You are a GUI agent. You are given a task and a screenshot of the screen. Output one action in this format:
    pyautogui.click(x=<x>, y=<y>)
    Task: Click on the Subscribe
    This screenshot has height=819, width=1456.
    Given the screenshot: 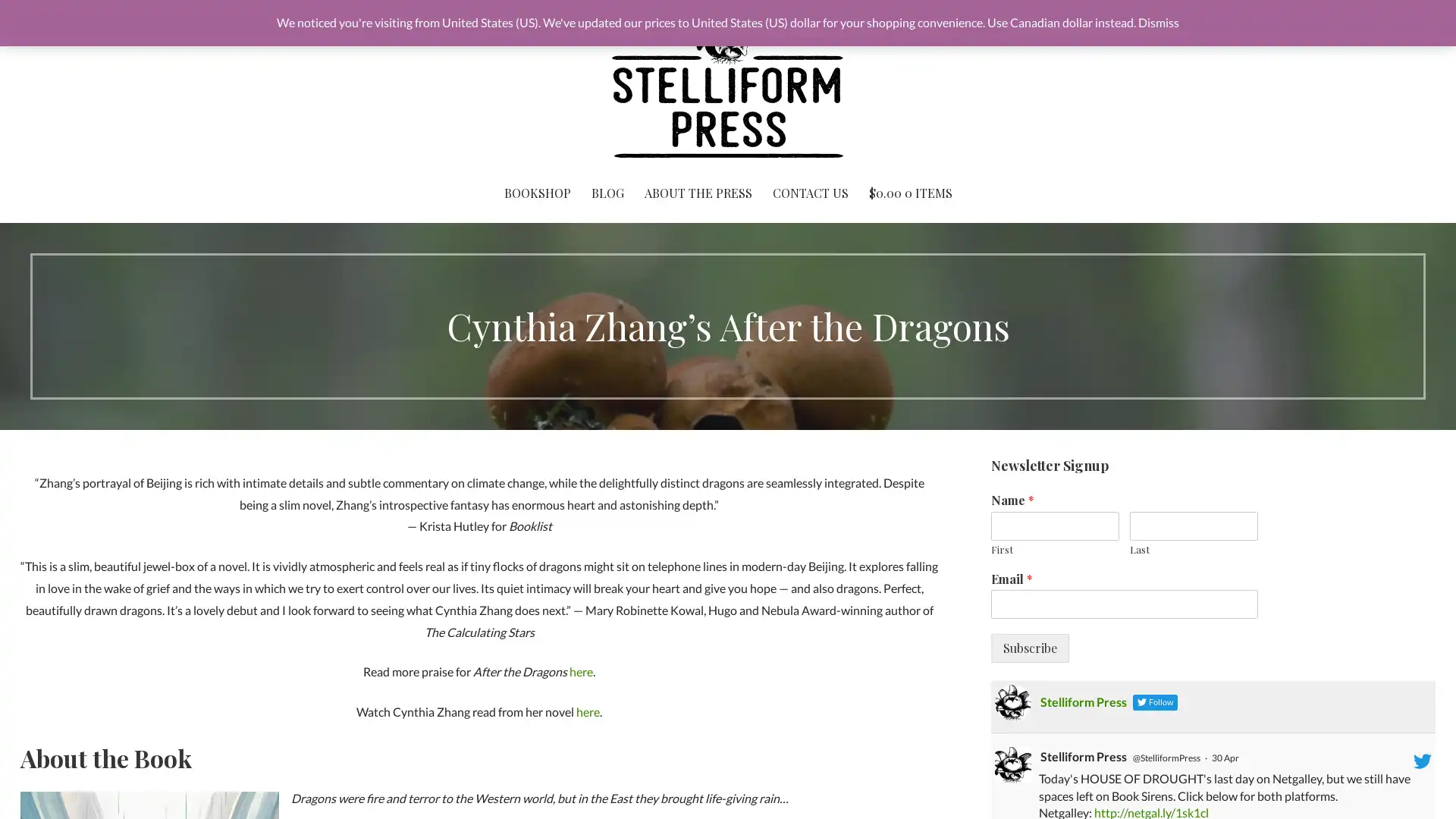 What is the action you would take?
    pyautogui.click(x=1029, y=648)
    